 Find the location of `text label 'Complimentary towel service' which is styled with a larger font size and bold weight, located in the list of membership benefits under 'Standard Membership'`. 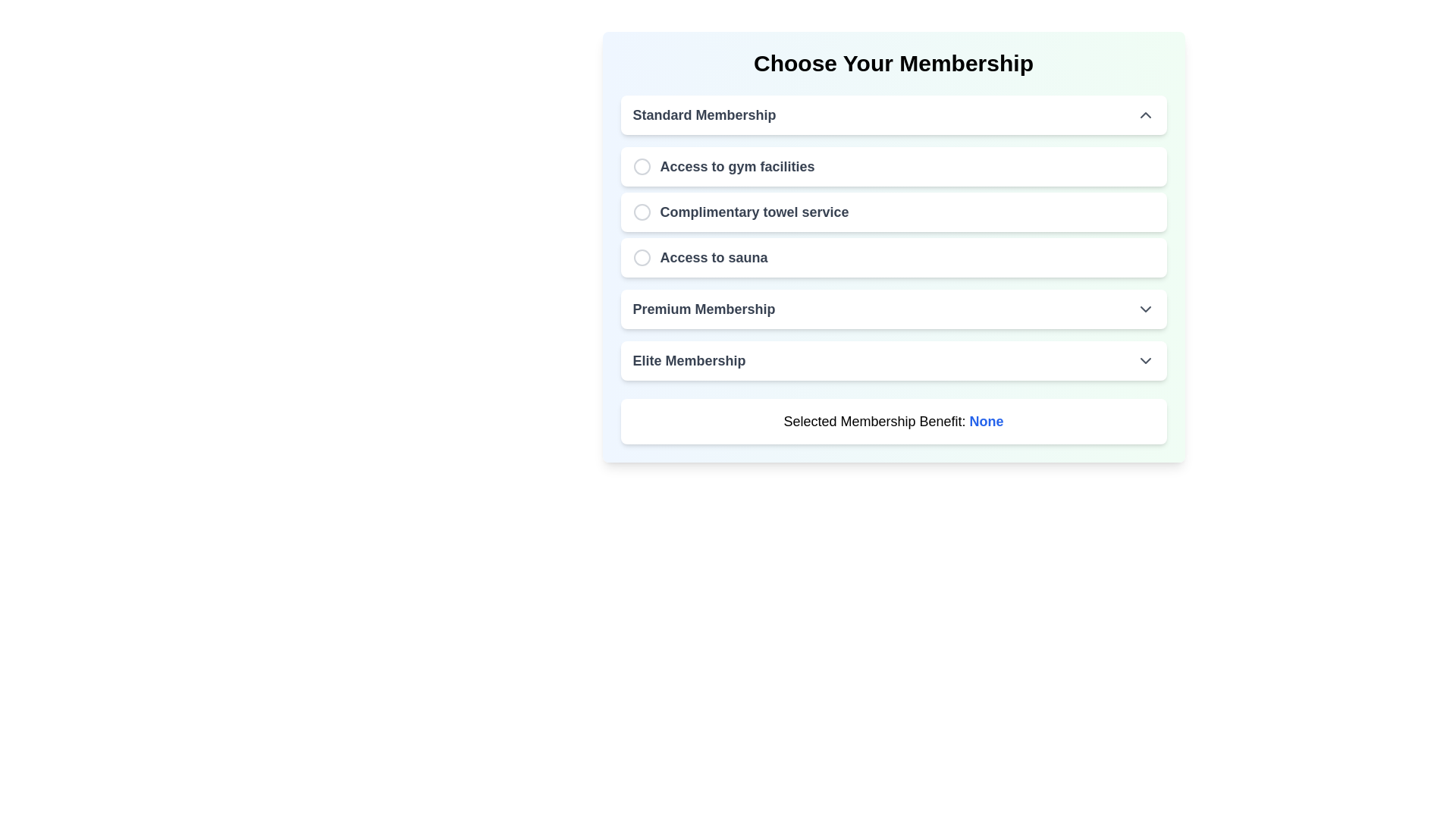

text label 'Complimentary towel service' which is styled with a larger font size and bold weight, located in the list of membership benefits under 'Standard Membership' is located at coordinates (755, 212).